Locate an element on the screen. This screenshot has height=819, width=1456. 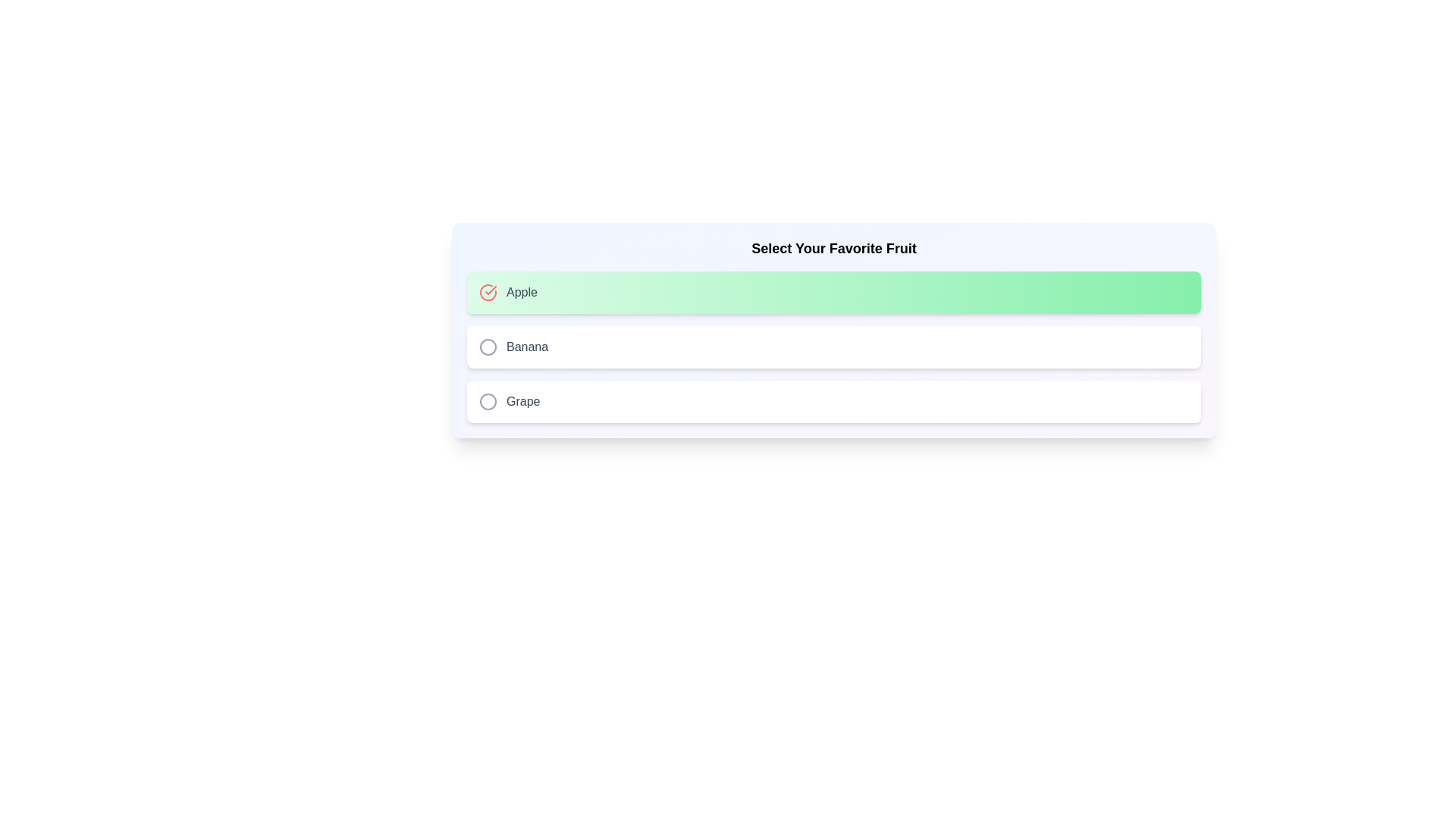
the icon located on the left side of the 'Banana' card, which is the second card in a vertically stacked list of fruit options is located at coordinates (488, 347).